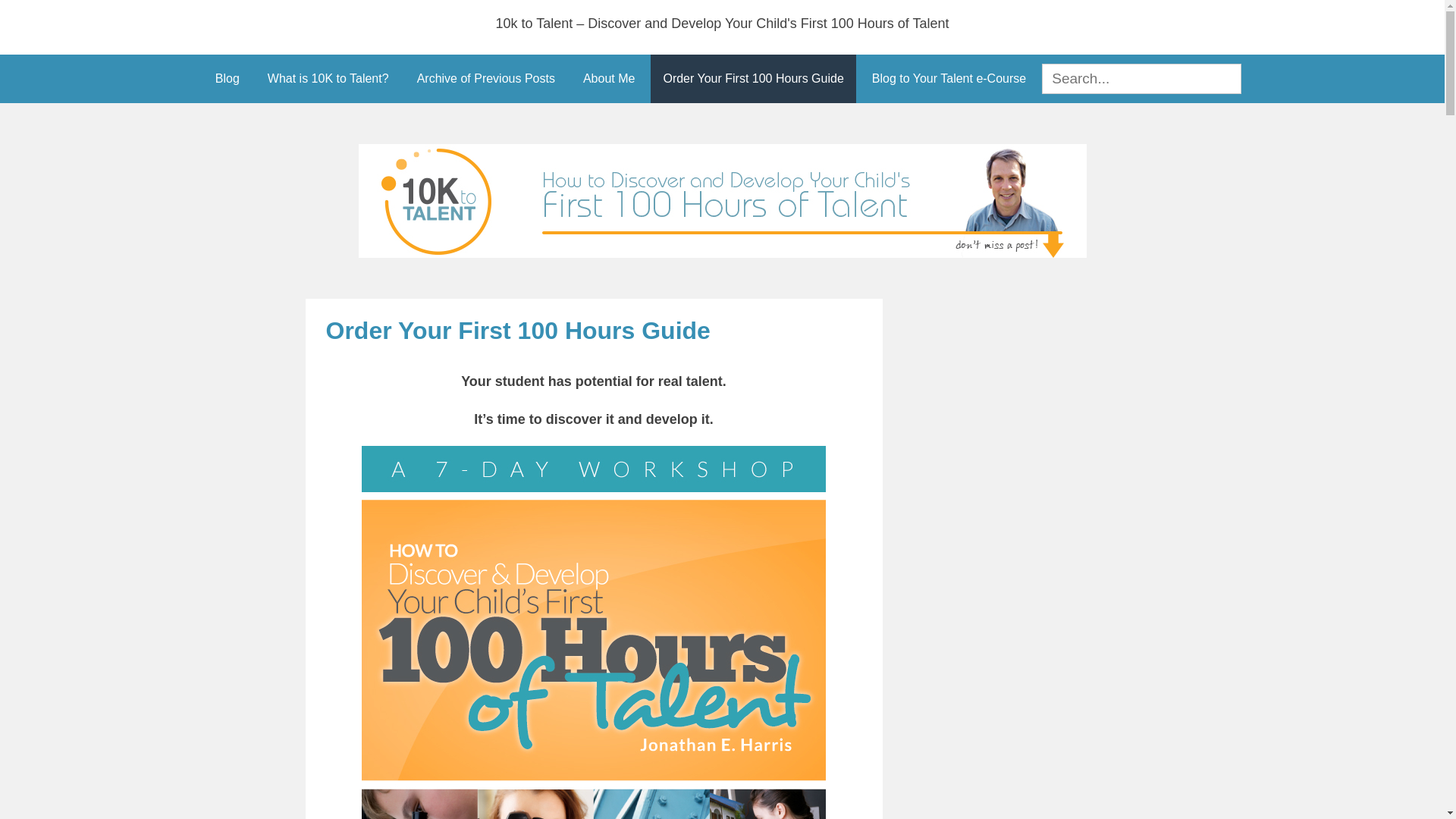 The width and height of the screenshot is (1456, 819). I want to click on 'Blog', so click(202, 79).